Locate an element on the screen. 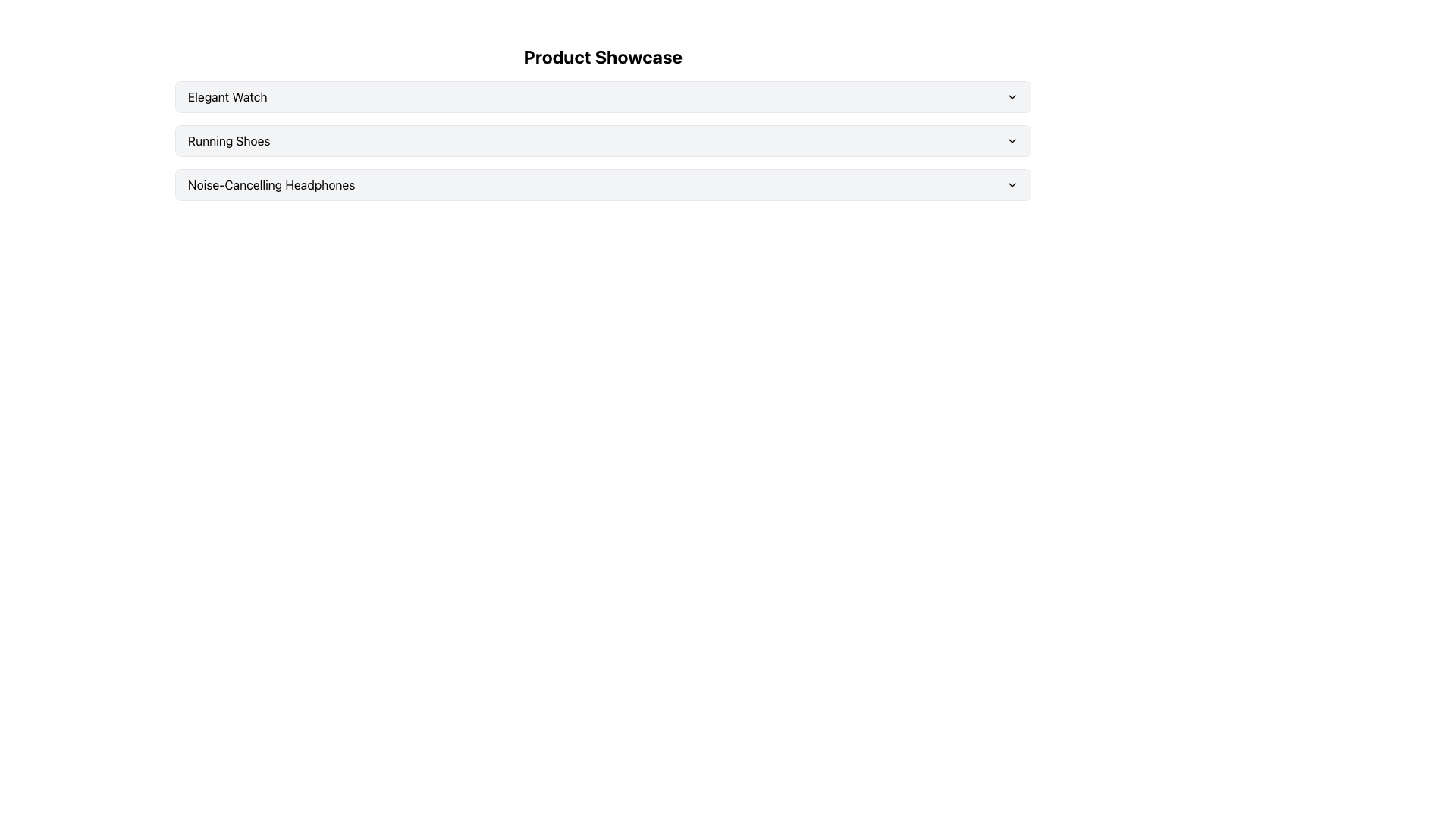 This screenshot has height=819, width=1456. the icon located to the far right of the row containing the text 'Running Shoes' is located at coordinates (1012, 140).